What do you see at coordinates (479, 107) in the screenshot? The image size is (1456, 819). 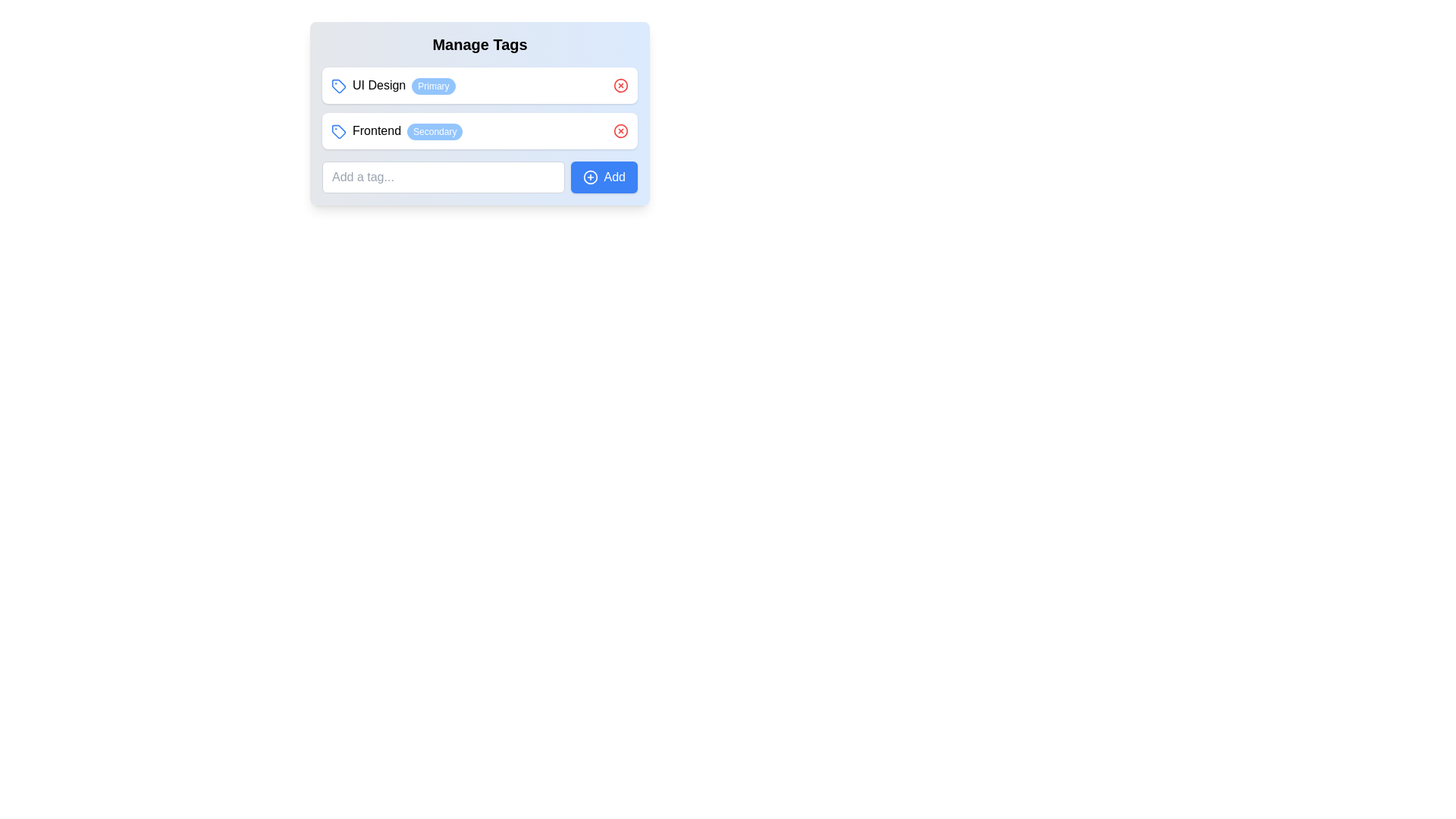 I see `the text within the Grouped data rows that includes 'UI Design - Primary' and 'Frontend - Secondary'` at bounding box center [479, 107].